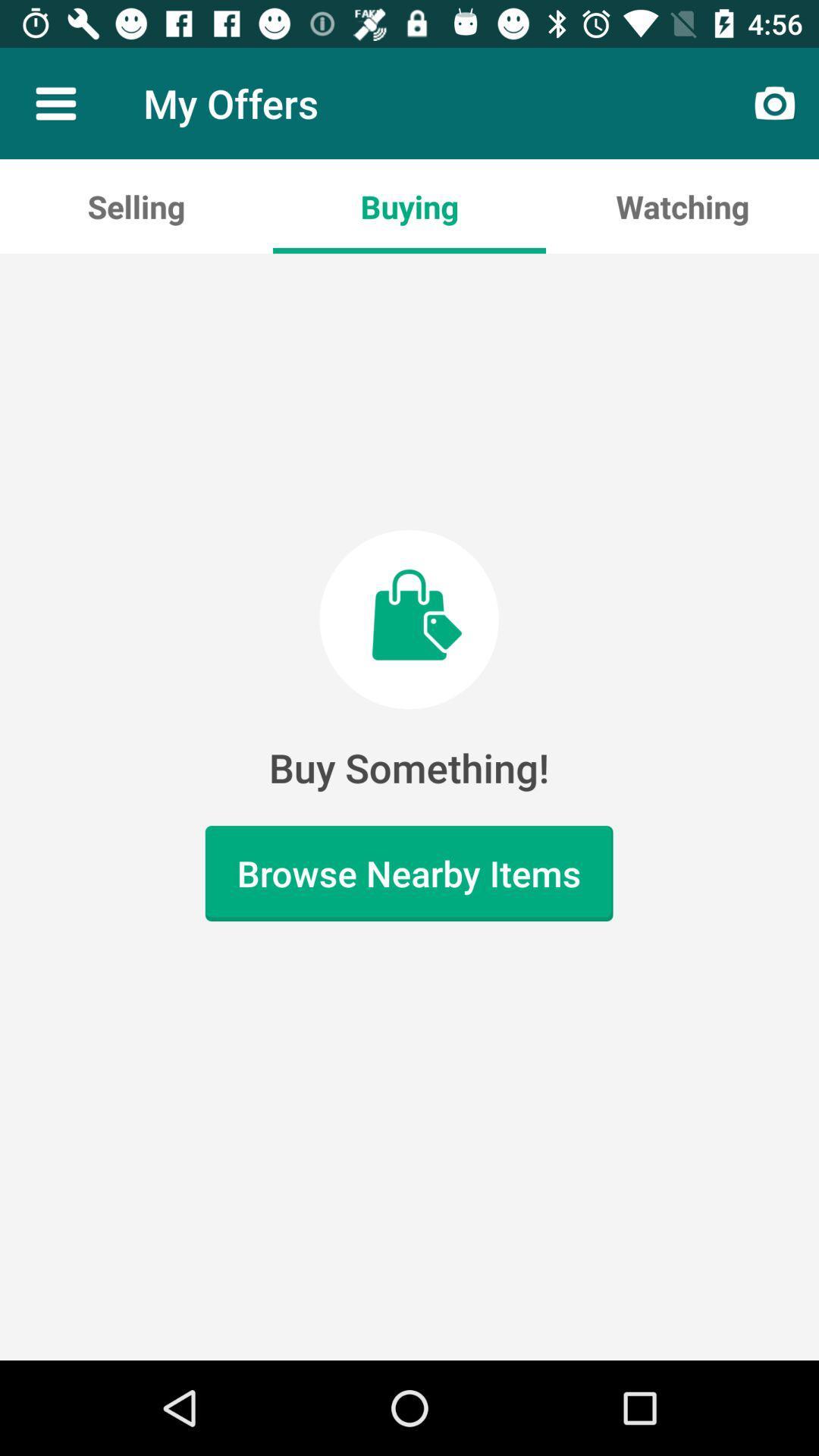 The image size is (819, 1456). I want to click on the item to the left of the watching app, so click(409, 206).